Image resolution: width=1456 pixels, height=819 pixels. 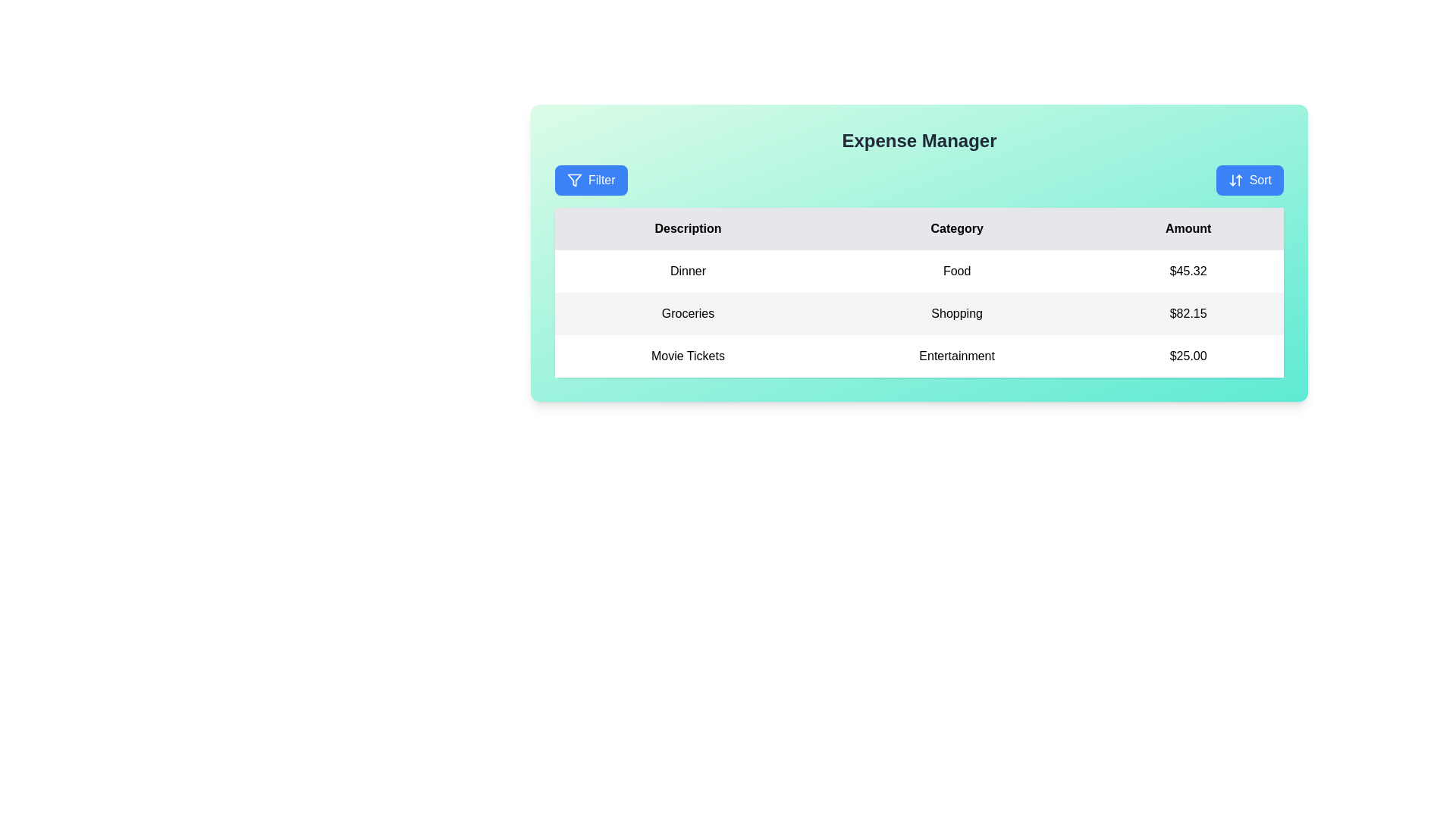 What do you see at coordinates (956, 271) in the screenshot?
I see `the static text element that represents the category 'Food' in the first row of the table under the column titled 'Category'` at bounding box center [956, 271].